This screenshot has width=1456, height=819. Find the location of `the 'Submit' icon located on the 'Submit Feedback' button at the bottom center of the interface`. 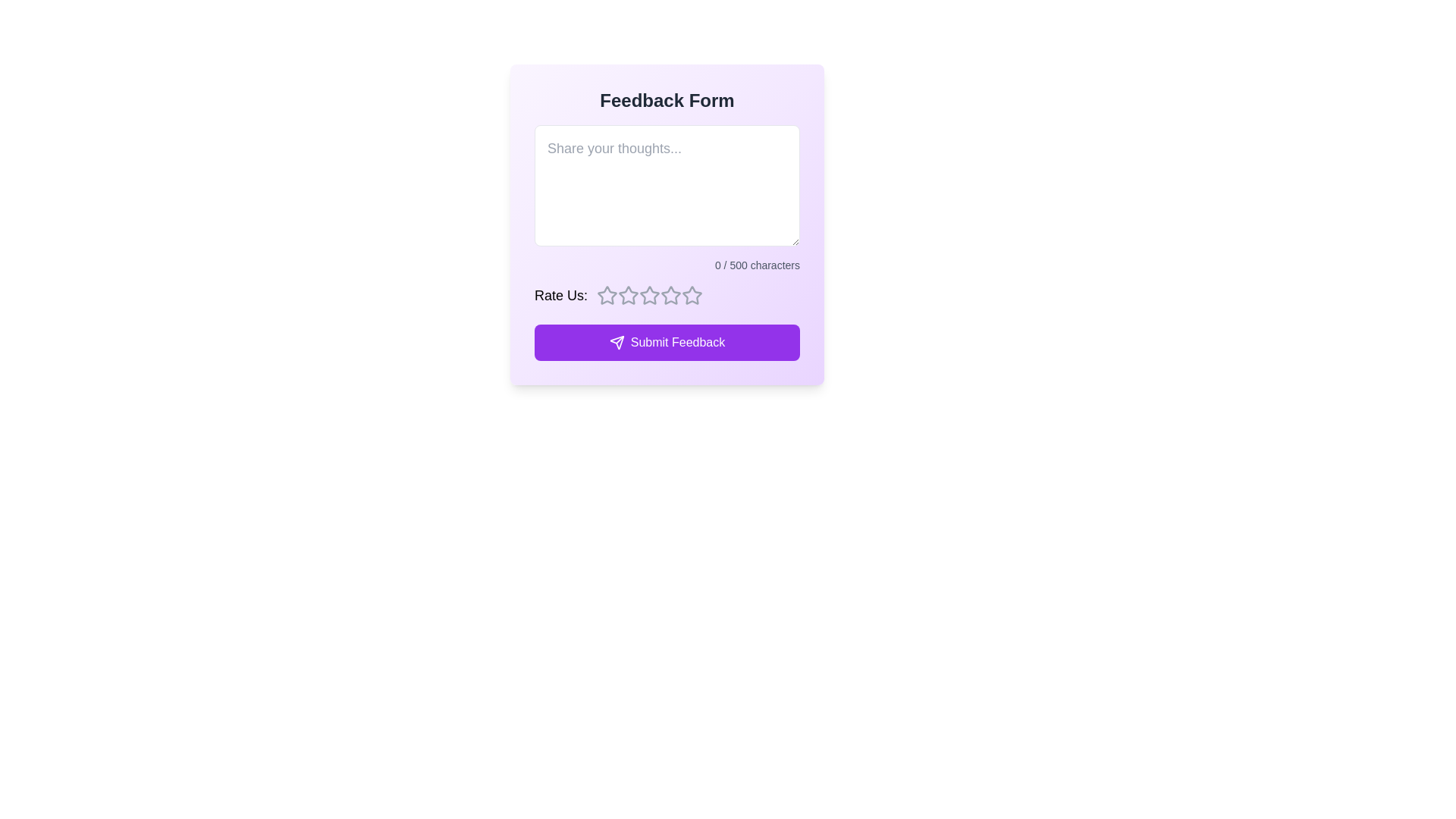

the 'Submit' icon located on the 'Submit Feedback' button at the bottom center of the interface is located at coordinates (617, 342).